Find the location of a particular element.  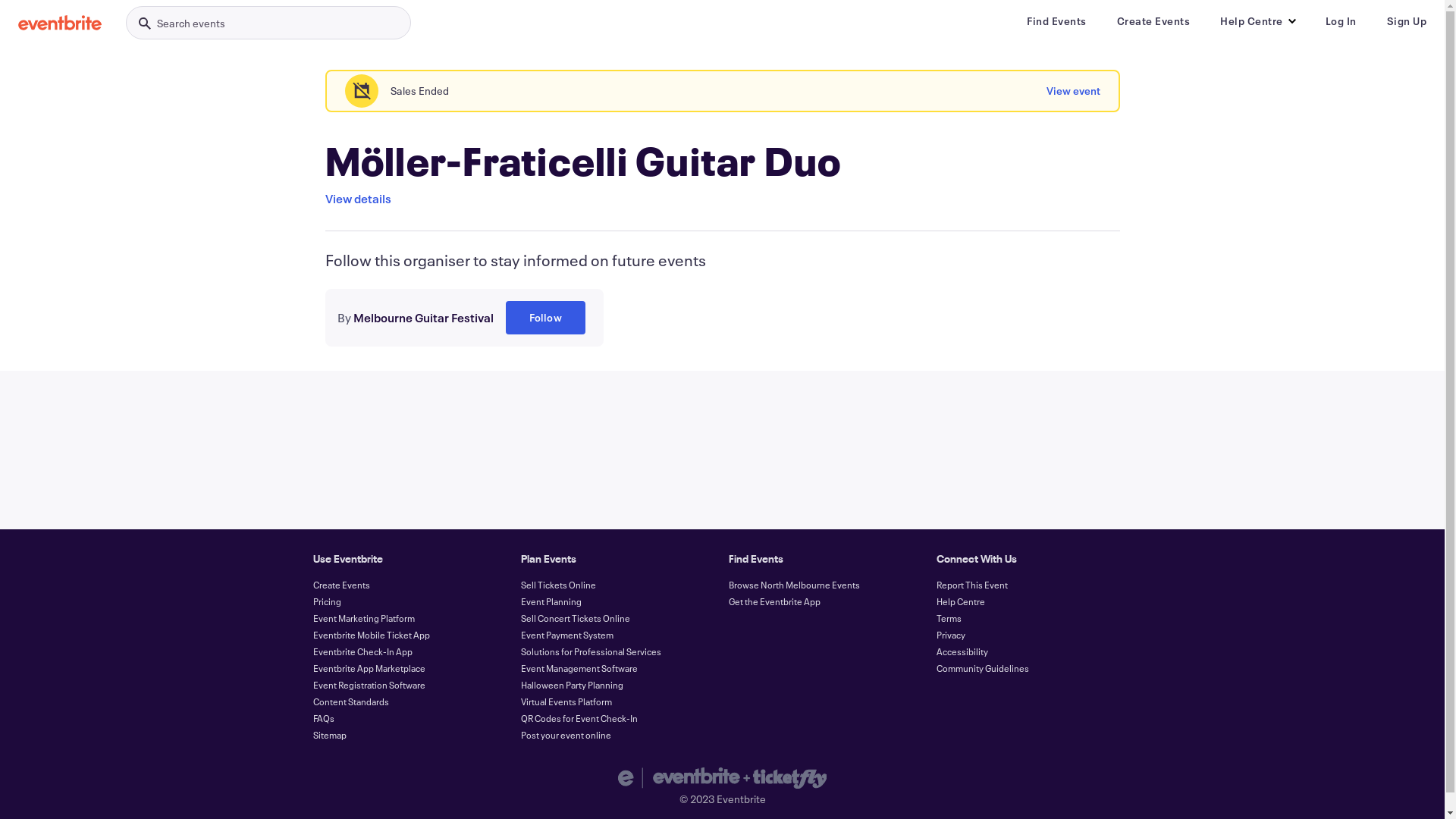

'Sitemap' is located at coordinates (328, 733).